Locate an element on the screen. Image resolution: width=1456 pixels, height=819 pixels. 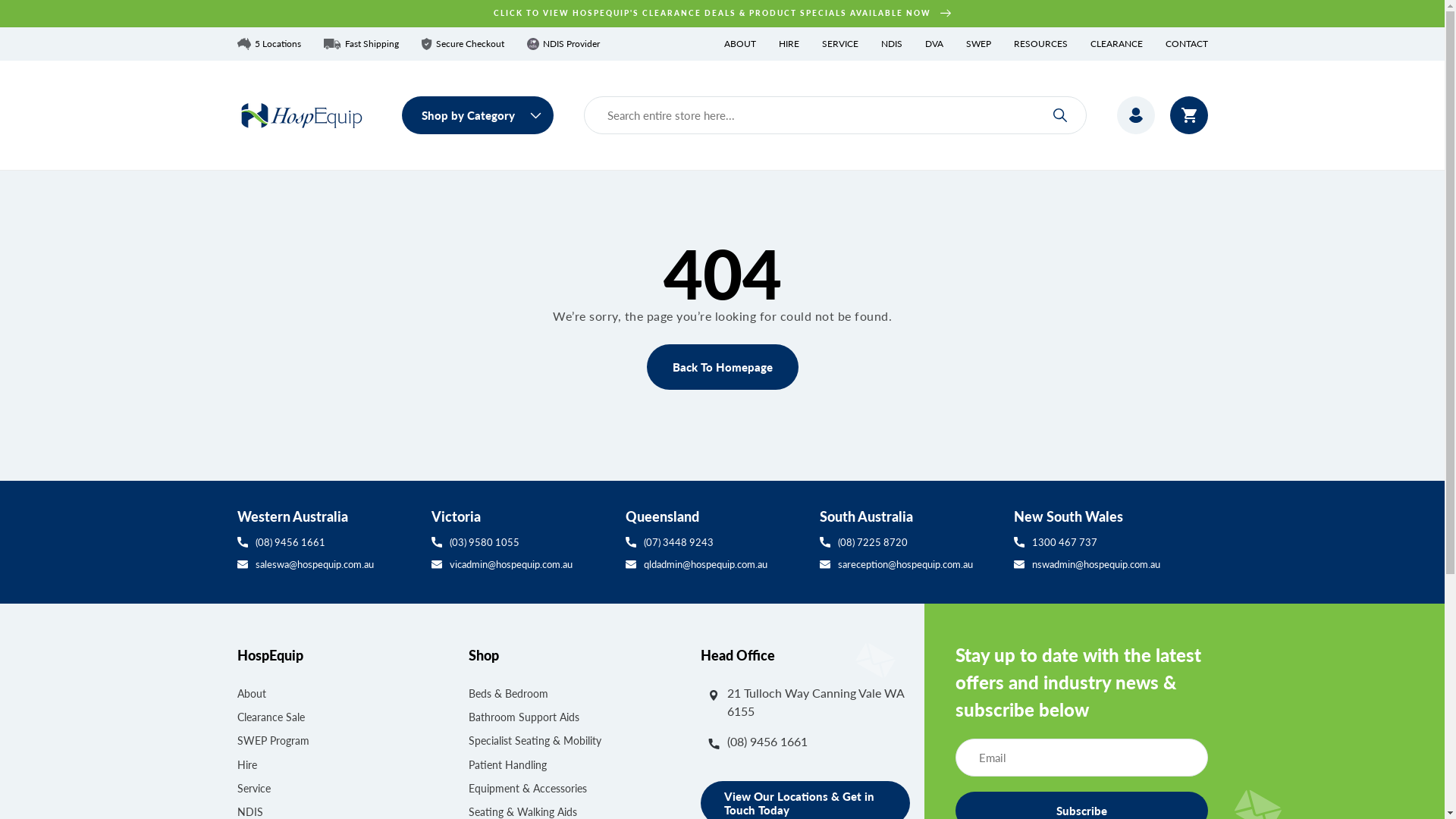
'Patient Handling' is located at coordinates (507, 764).